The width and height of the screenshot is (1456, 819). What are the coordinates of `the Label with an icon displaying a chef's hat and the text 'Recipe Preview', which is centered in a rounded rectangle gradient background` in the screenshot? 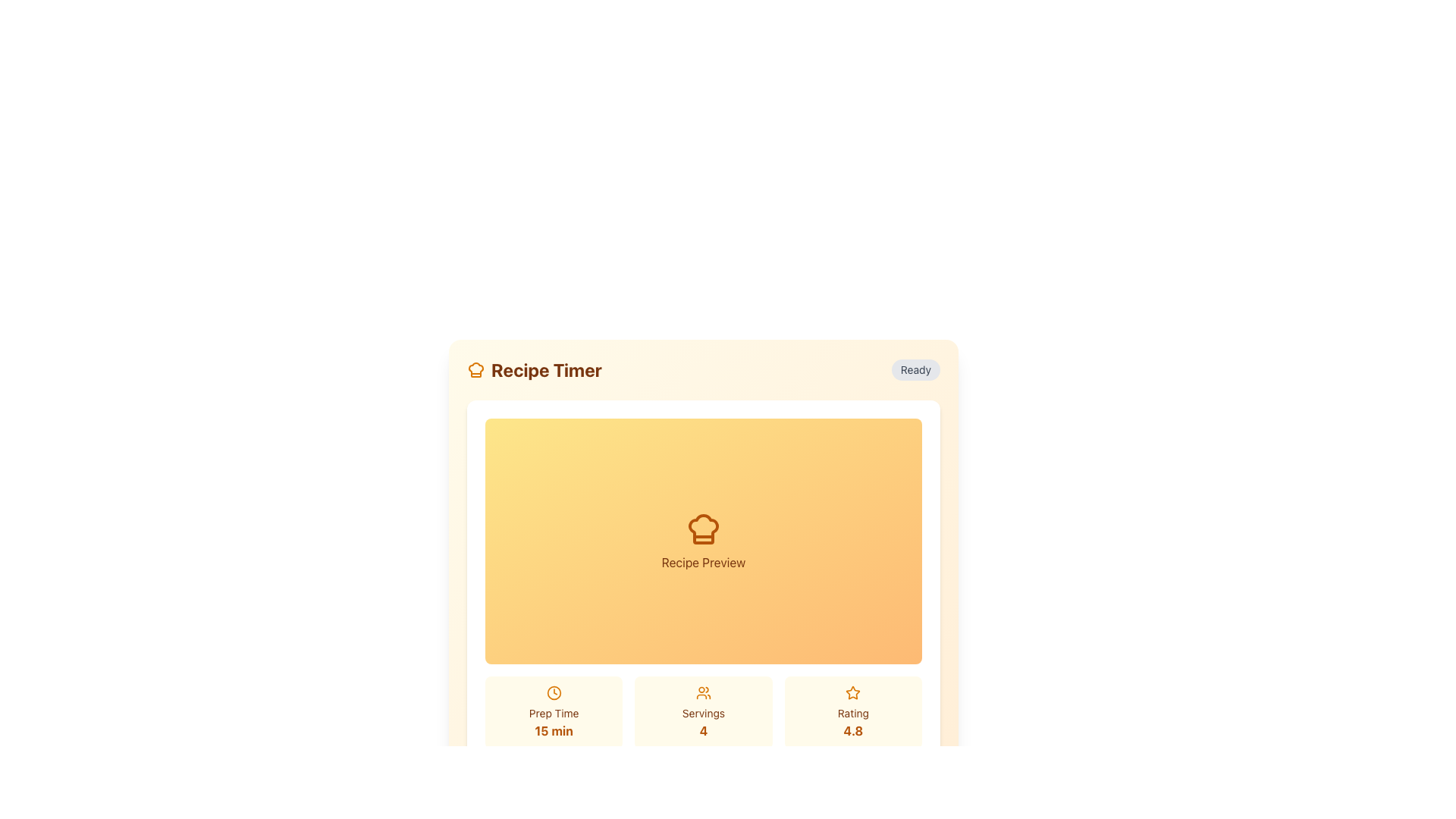 It's located at (702, 540).